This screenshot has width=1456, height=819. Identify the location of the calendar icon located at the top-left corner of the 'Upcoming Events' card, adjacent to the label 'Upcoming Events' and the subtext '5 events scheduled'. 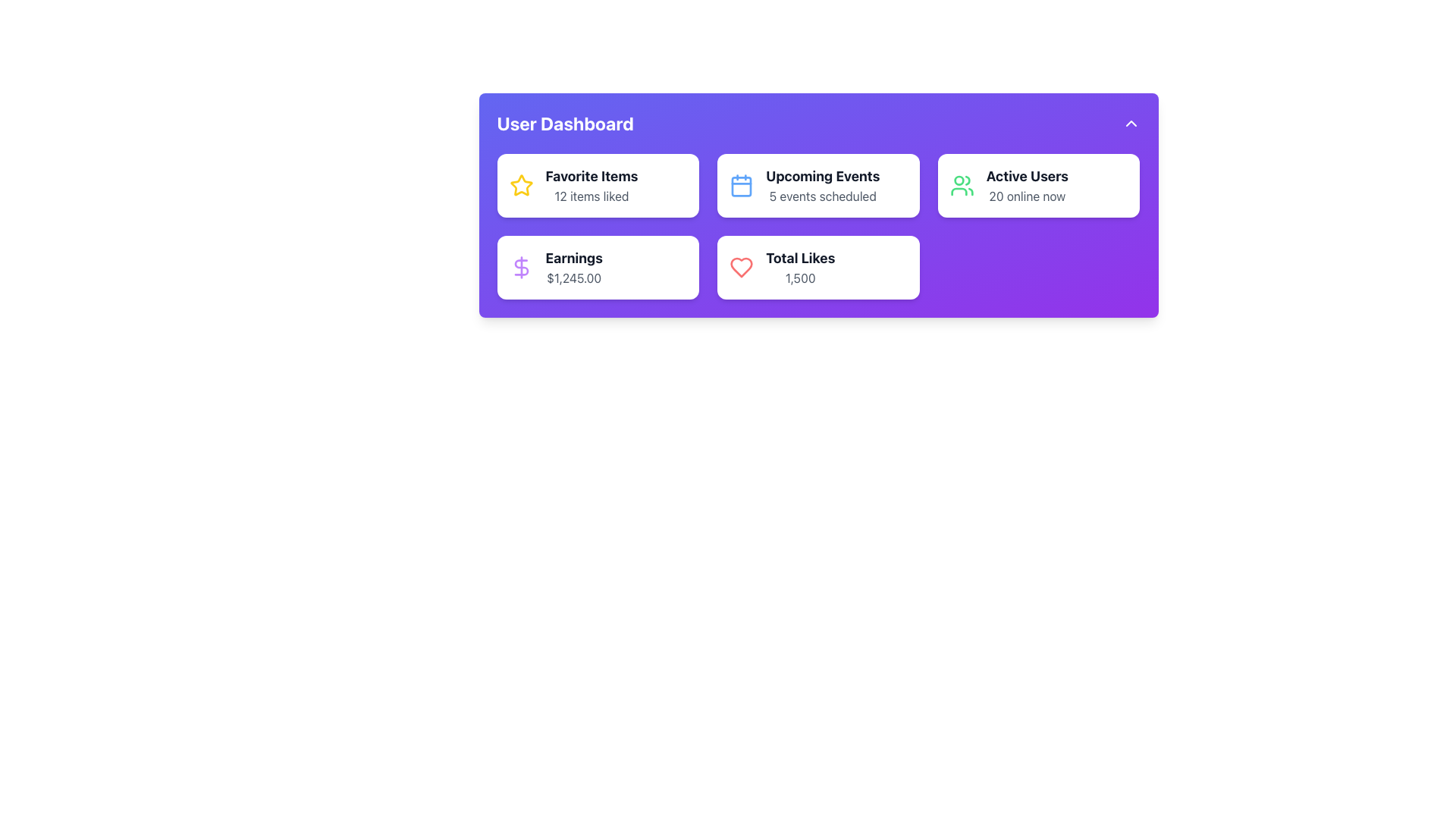
(742, 185).